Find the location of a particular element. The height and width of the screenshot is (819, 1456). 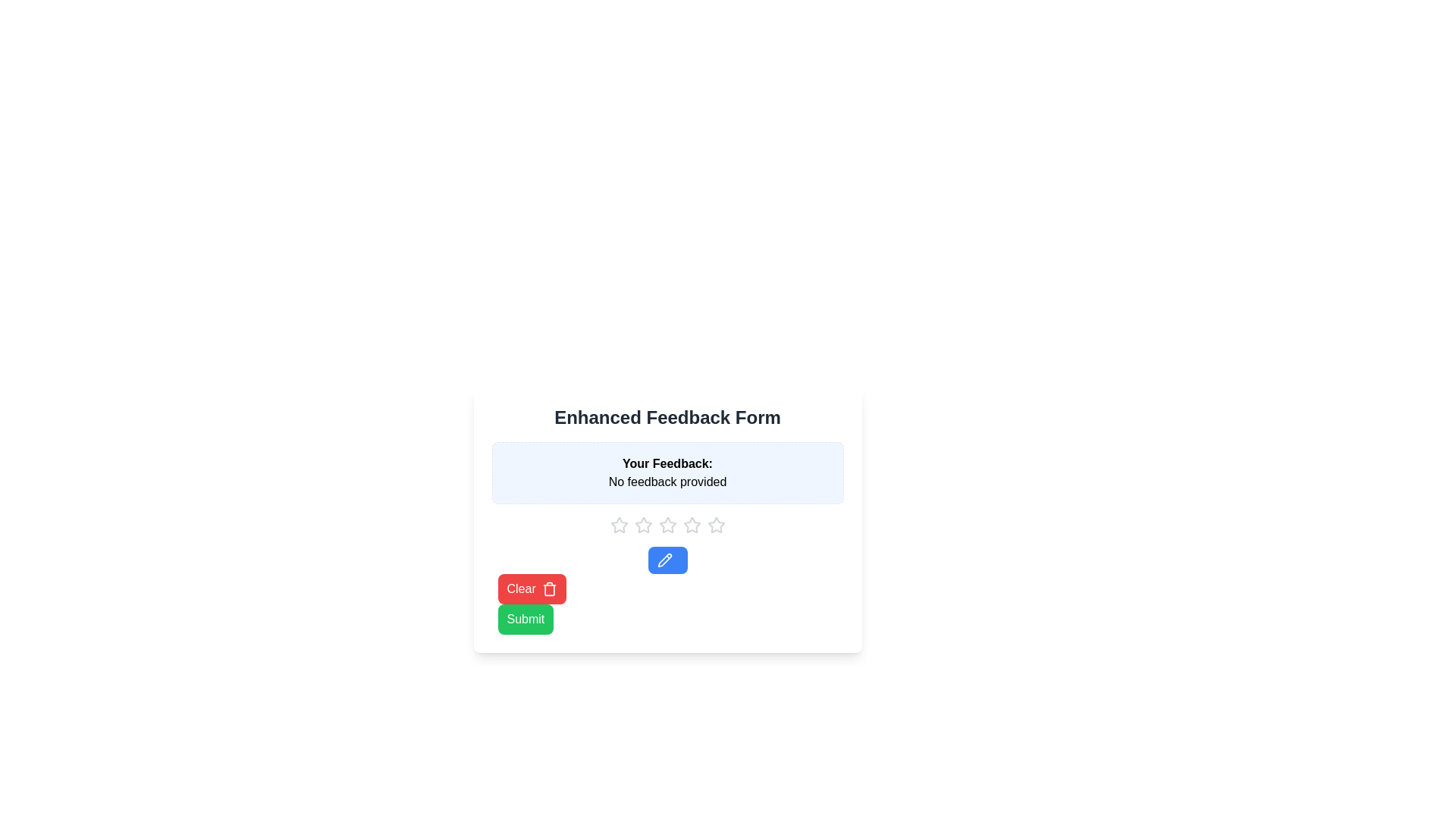

the 'Clear' button, which is the first button in a group near the bottom left of the form is located at coordinates (532, 588).